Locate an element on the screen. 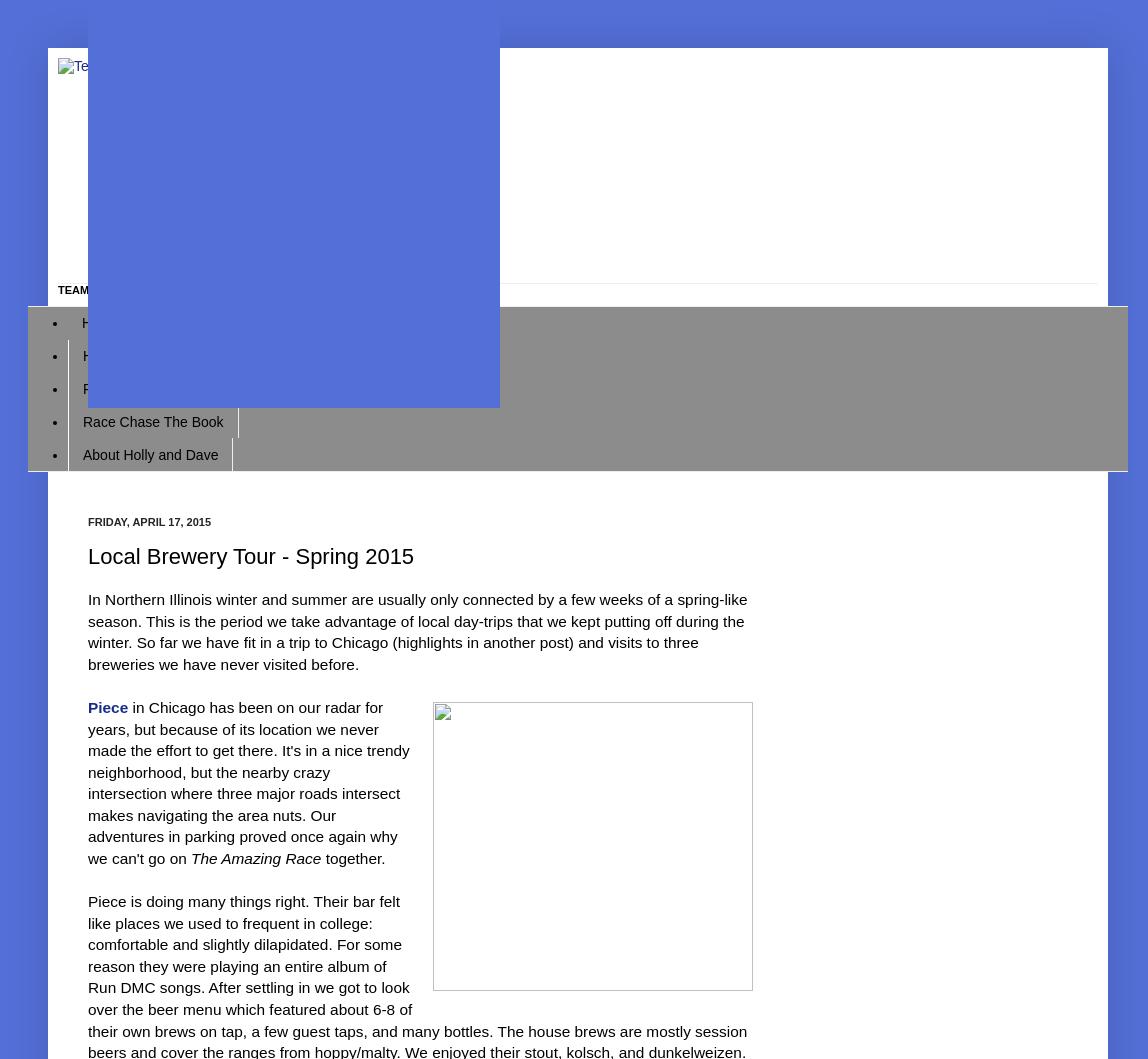 This screenshot has width=1148, height=1059. 'Holly's 50 States Marathon Map' is located at coordinates (181, 355).